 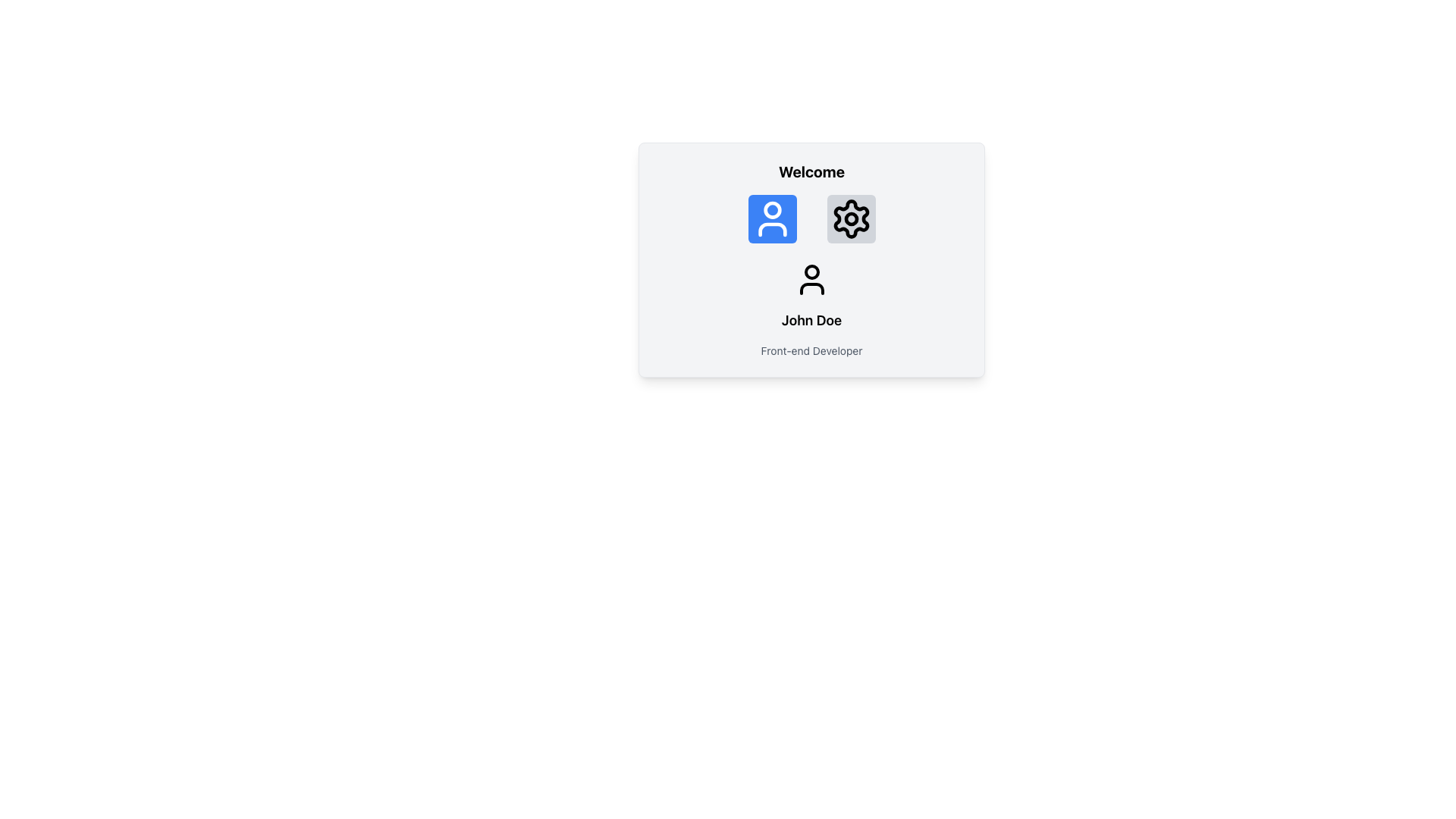 I want to click on the text label that reads 'John Doe', which is styled with a larger font size and bold weight, positioned below a person icon in the user profile section, so click(x=811, y=320).